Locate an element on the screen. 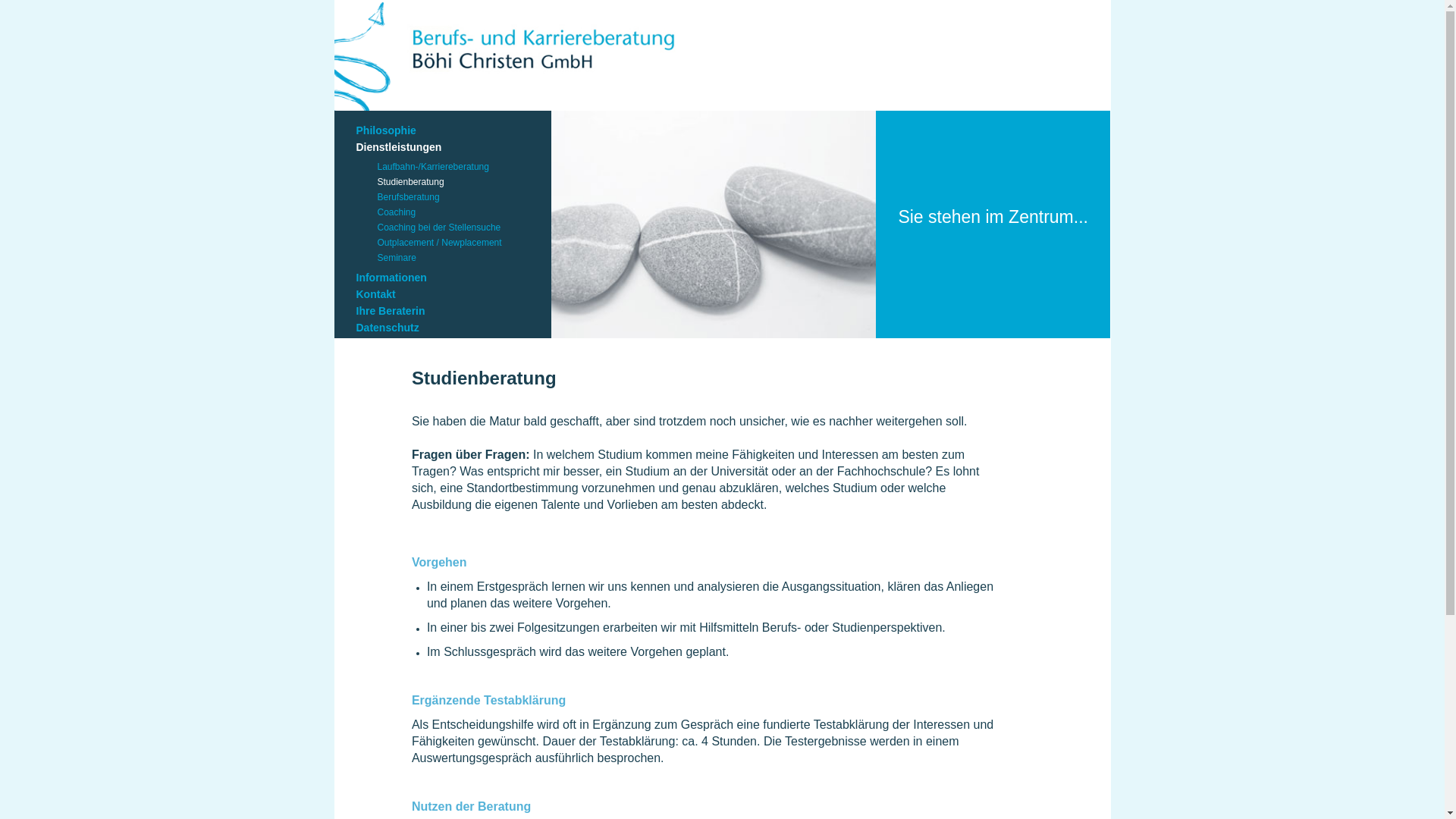  'Coaching bei der Stellensuche' is located at coordinates (372, 227).